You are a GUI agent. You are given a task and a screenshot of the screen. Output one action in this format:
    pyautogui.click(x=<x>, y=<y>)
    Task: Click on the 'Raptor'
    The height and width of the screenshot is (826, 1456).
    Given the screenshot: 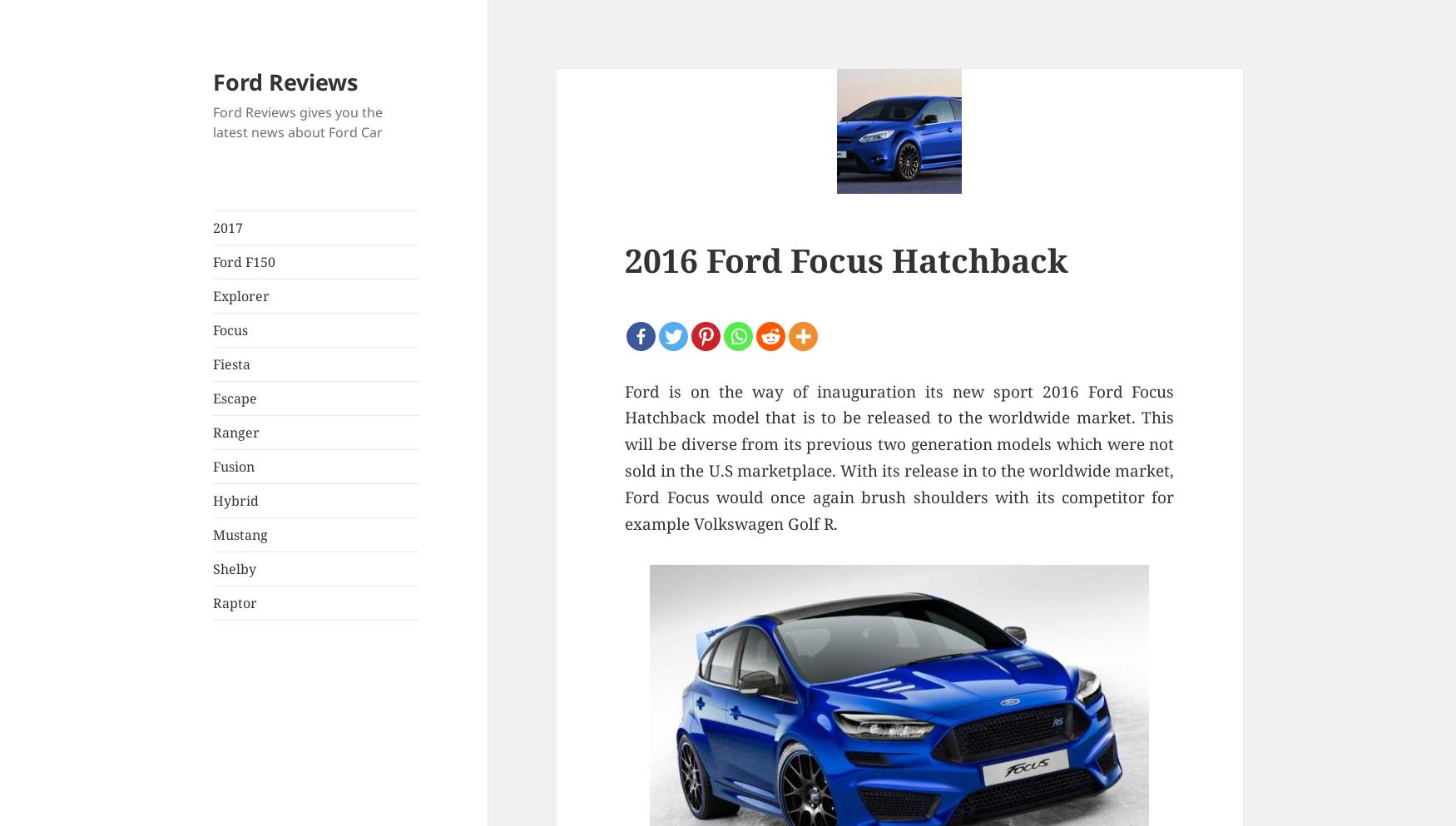 What is the action you would take?
    pyautogui.click(x=234, y=601)
    